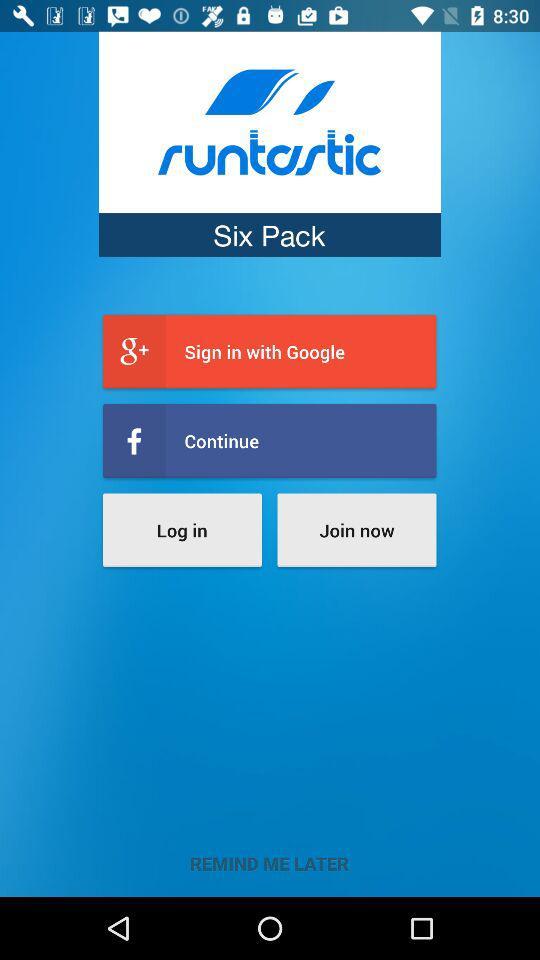 The image size is (540, 960). What do you see at coordinates (269, 351) in the screenshot?
I see `the sign in with item` at bounding box center [269, 351].